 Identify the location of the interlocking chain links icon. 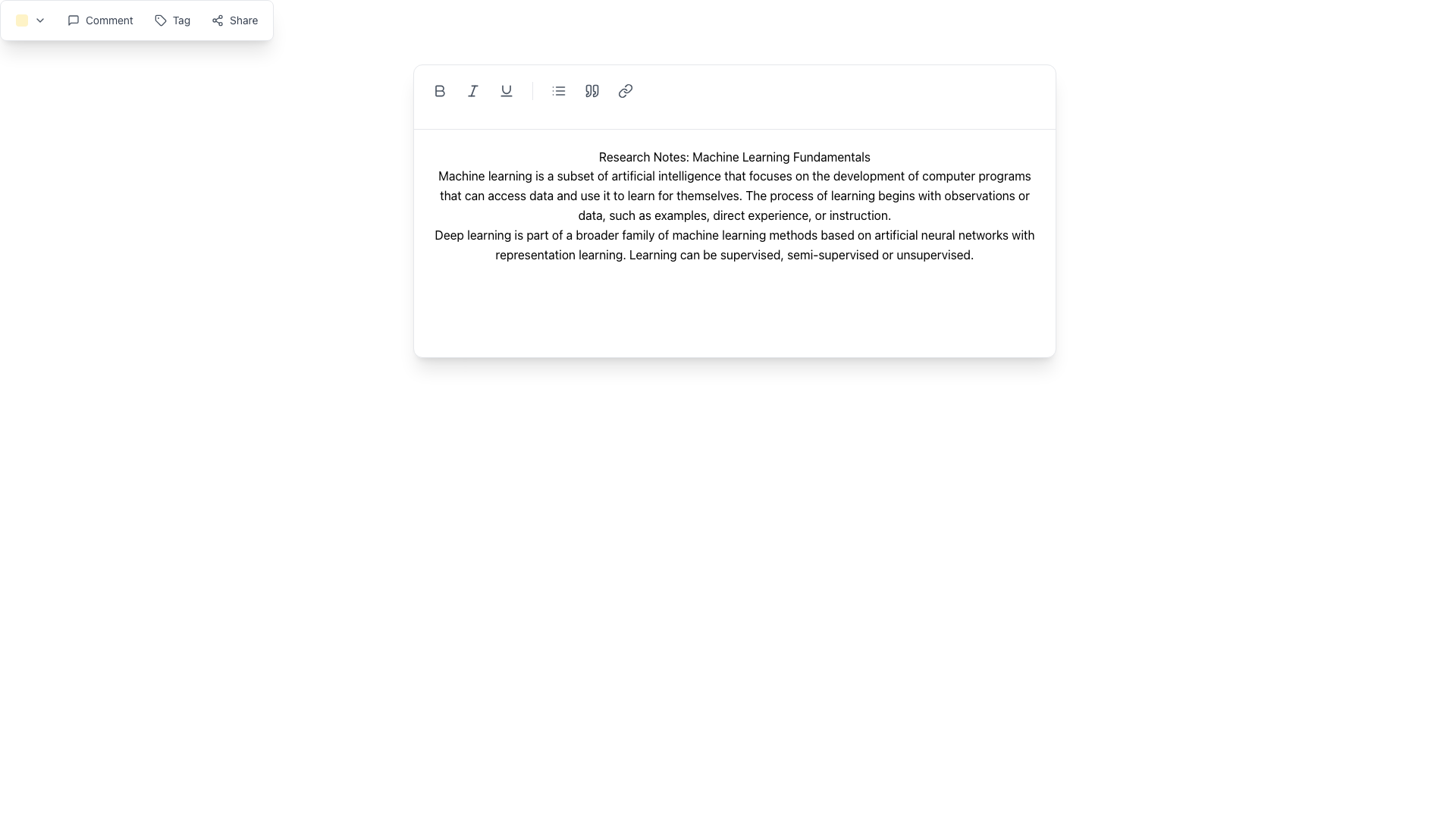
(626, 90).